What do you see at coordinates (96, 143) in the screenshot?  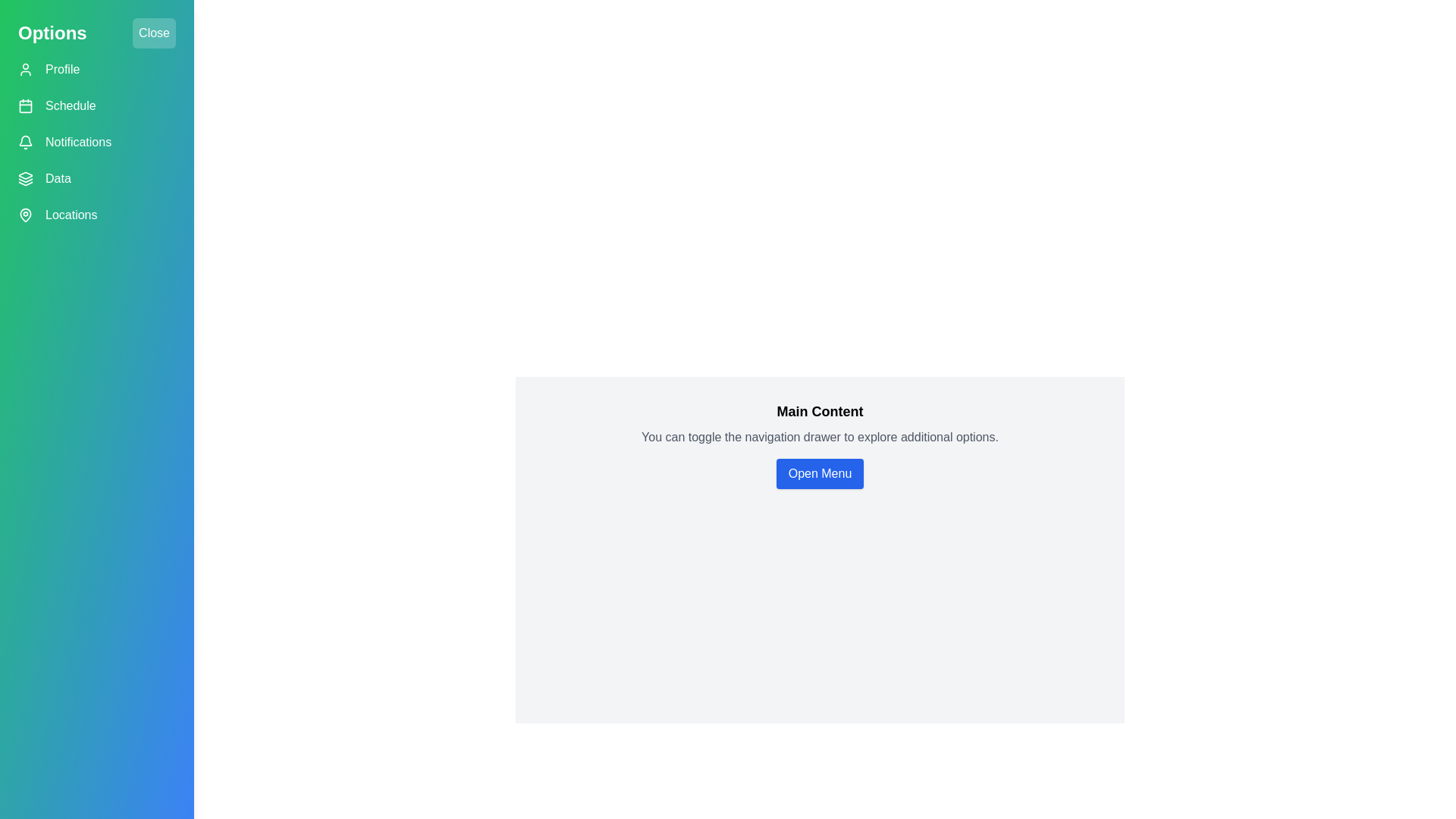 I see `the Notifications button in the navigation menu` at bounding box center [96, 143].